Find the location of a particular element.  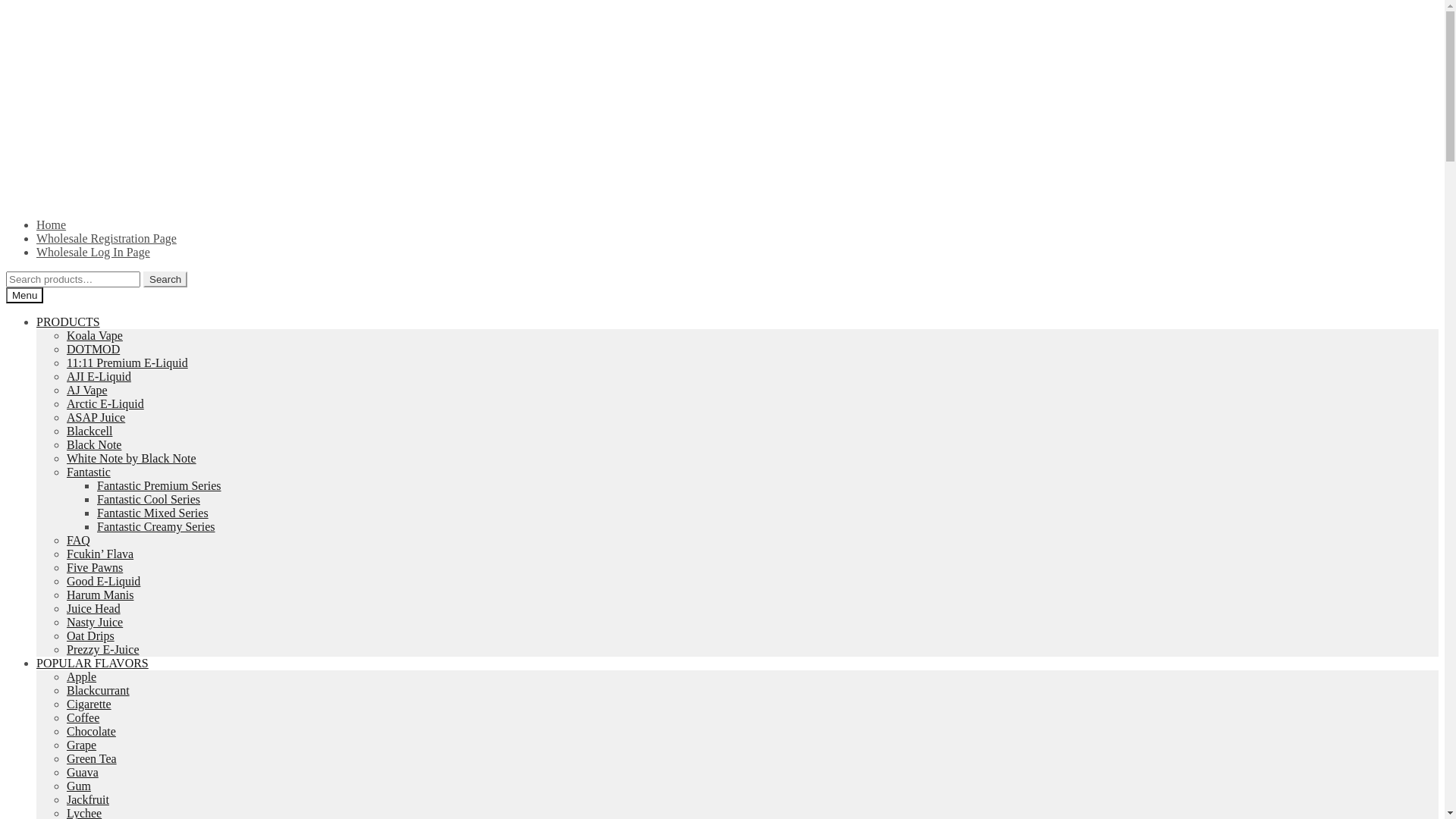

'Menu' is located at coordinates (24, 295).